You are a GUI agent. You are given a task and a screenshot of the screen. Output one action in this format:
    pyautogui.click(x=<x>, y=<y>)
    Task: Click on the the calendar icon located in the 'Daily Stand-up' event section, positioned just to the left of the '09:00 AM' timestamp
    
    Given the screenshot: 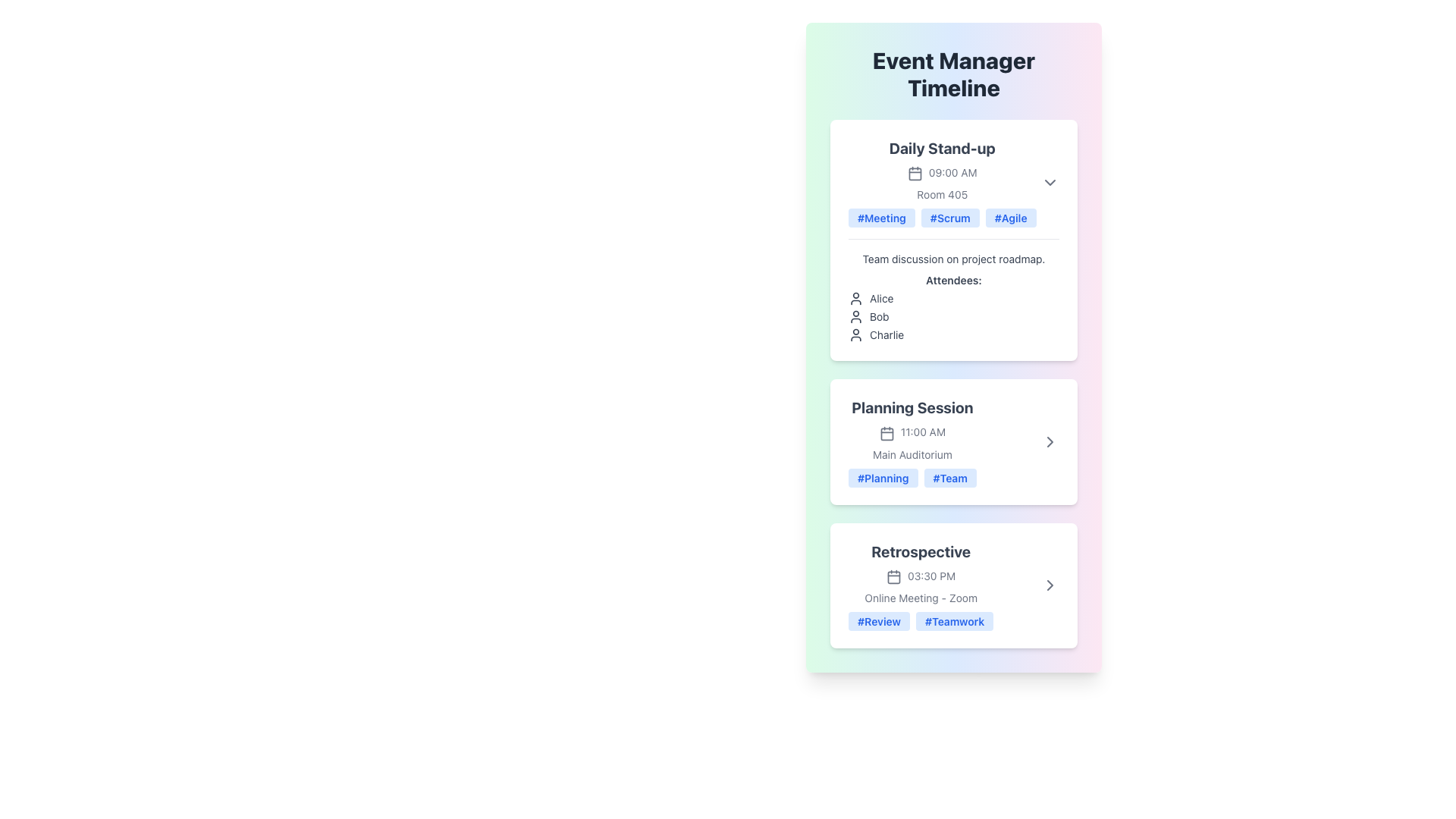 What is the action you would take?
    pyautogui.click(x=914, y=173)
    